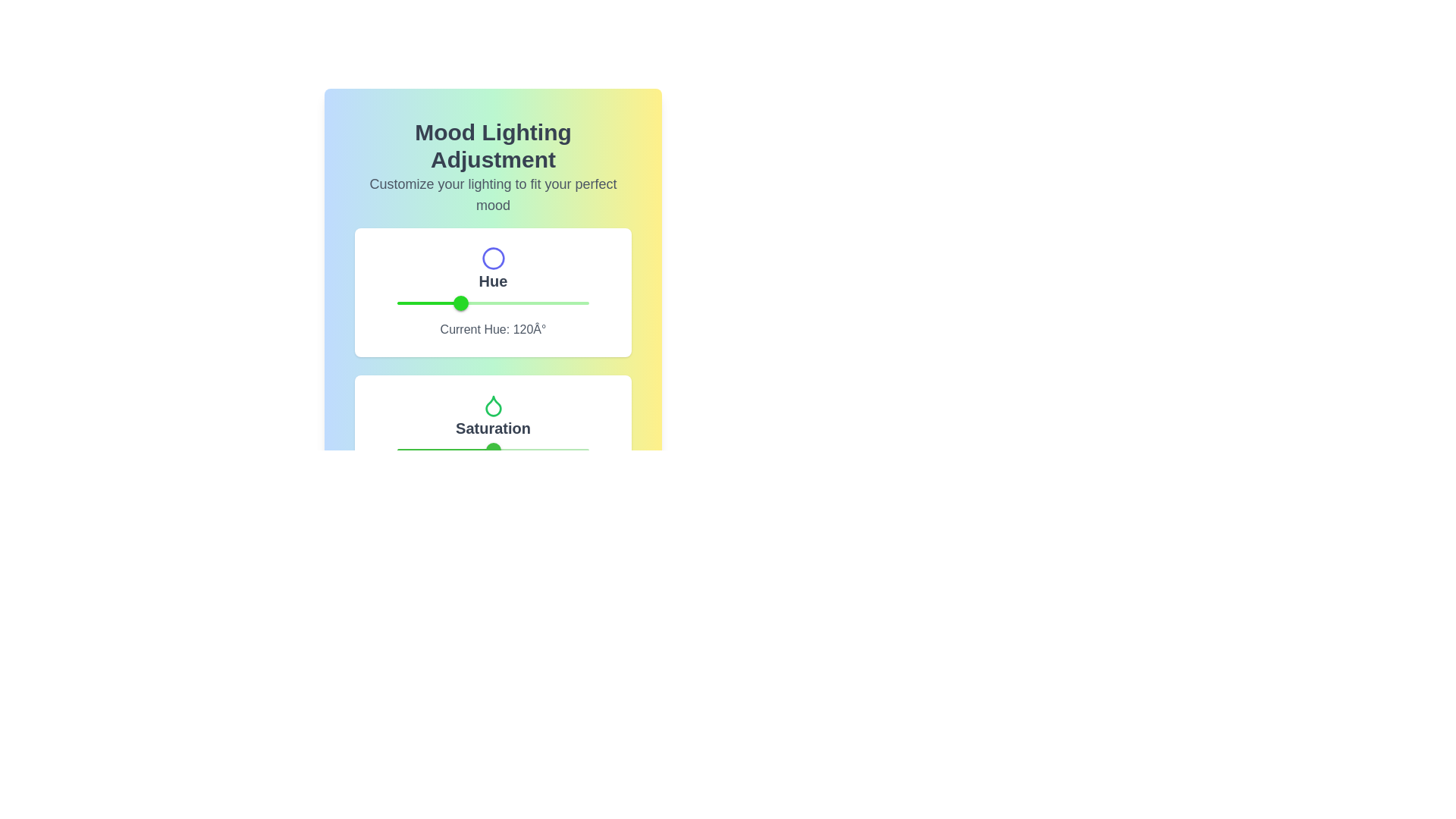 The width and height of the screenshot is (1456, 819). Describe the element at coordinates (493, 167) in the screenshot. I see `the Header titled 'Mood Lighting Adjustment' which is prominently displayed at the top of the card interface, above the sections labeled 'Hue', 'Saturation', and 'Brightness'` at that location.